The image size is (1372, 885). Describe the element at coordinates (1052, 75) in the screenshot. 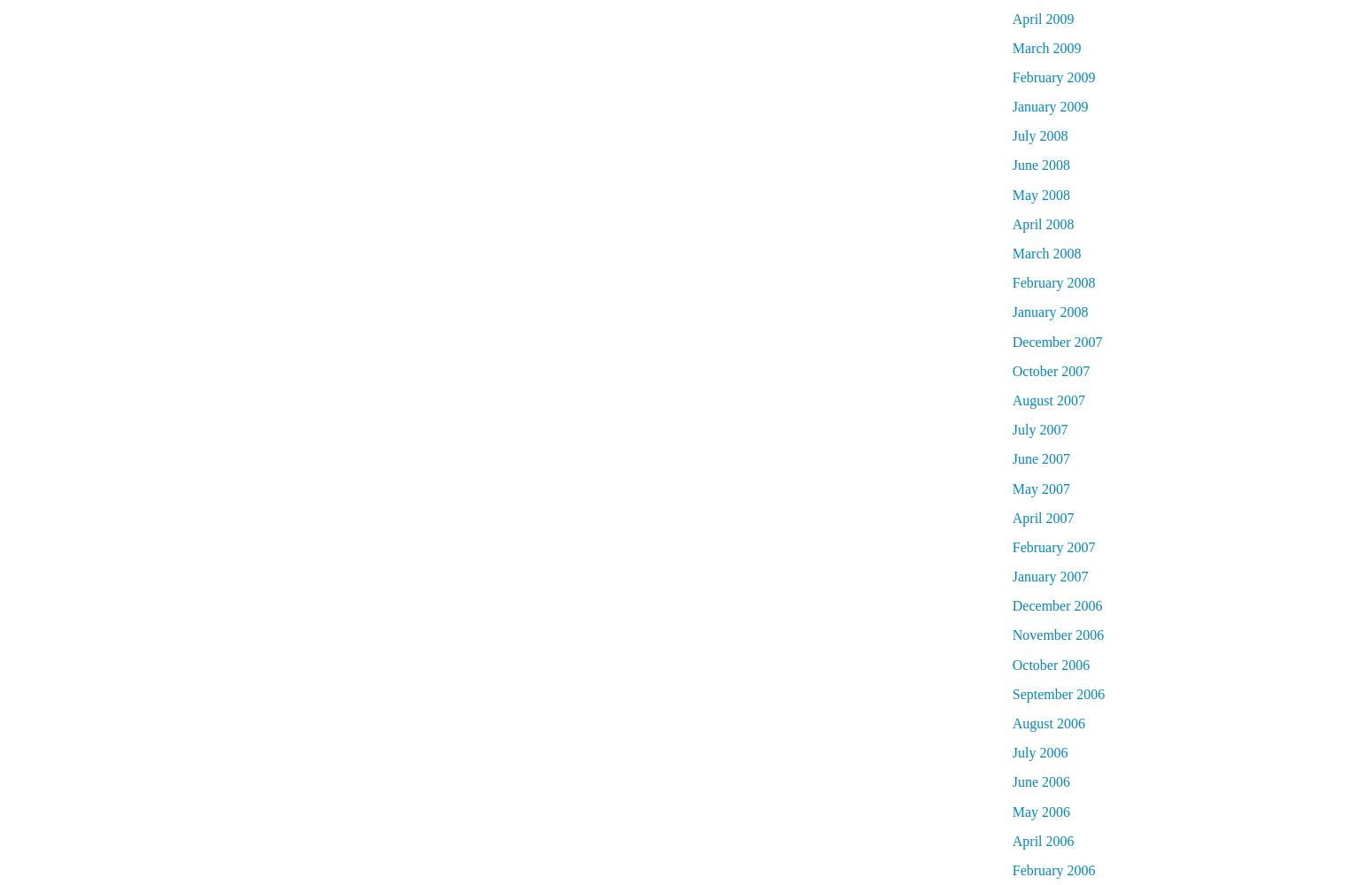

I see `'February 2009'` at that location.